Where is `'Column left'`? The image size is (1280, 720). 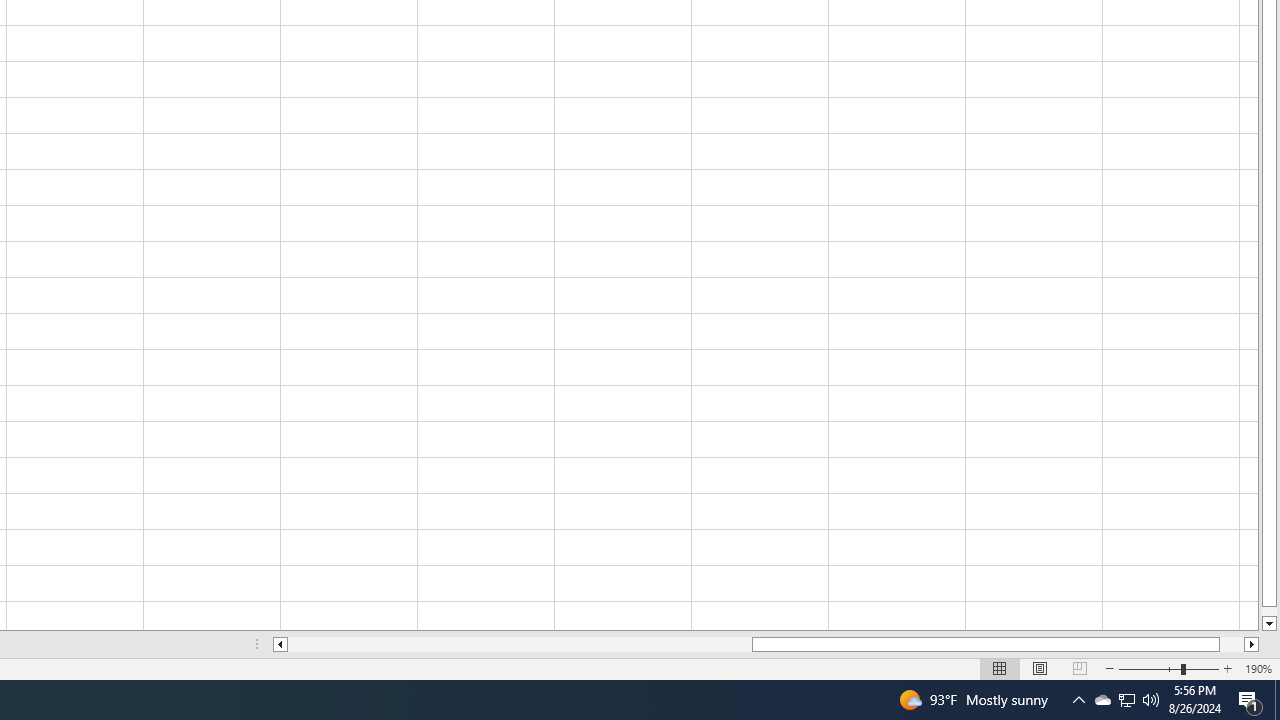 'Column left' is located at coordinates (278, 644).